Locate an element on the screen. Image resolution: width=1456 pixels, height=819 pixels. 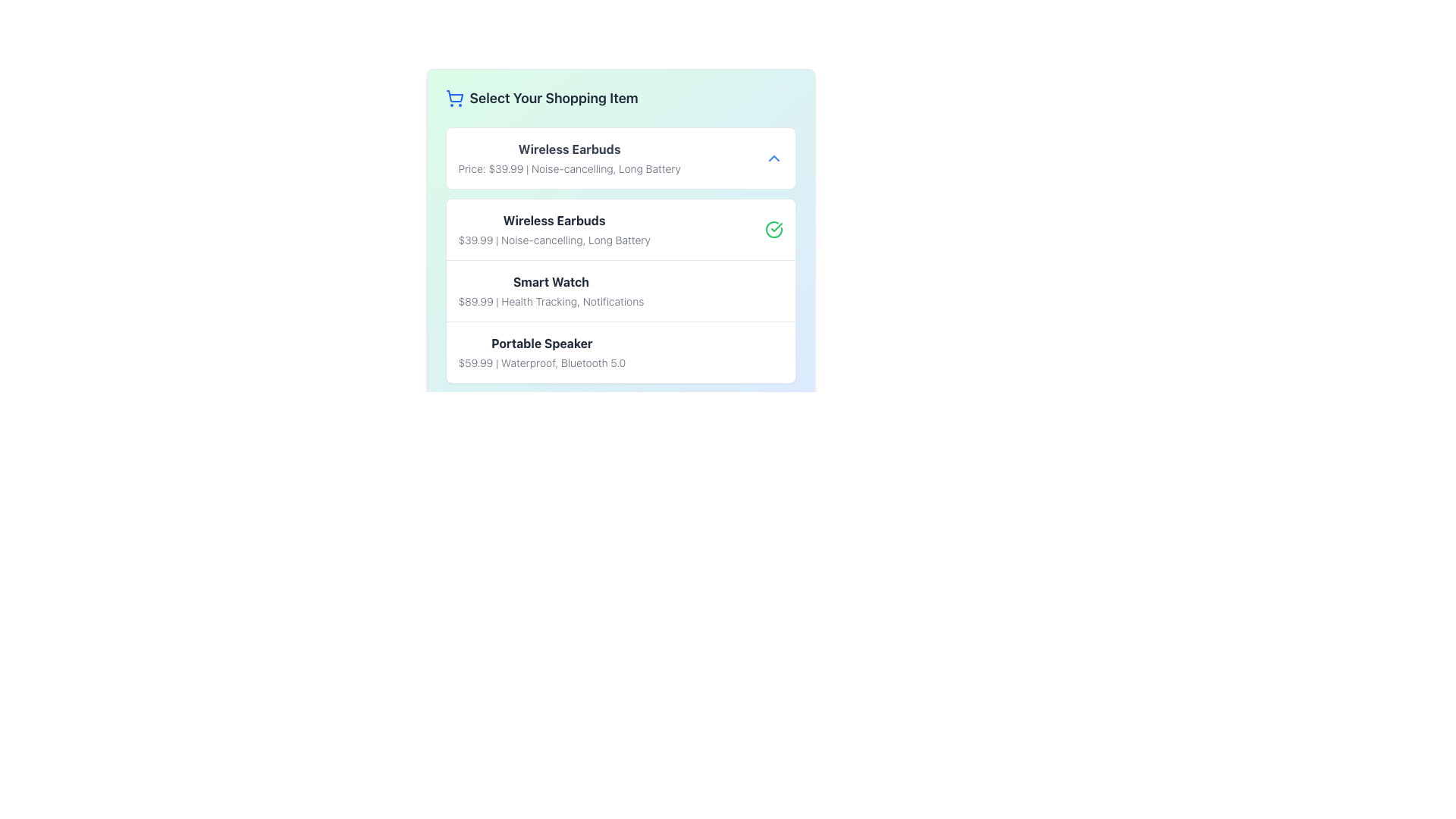
the bold text label displaying 'Wireless Earbuds', which is positioned at the top of the shopping item card and is visually distinct with a larger font size and dark gray color is located at coordinates (569, 149).